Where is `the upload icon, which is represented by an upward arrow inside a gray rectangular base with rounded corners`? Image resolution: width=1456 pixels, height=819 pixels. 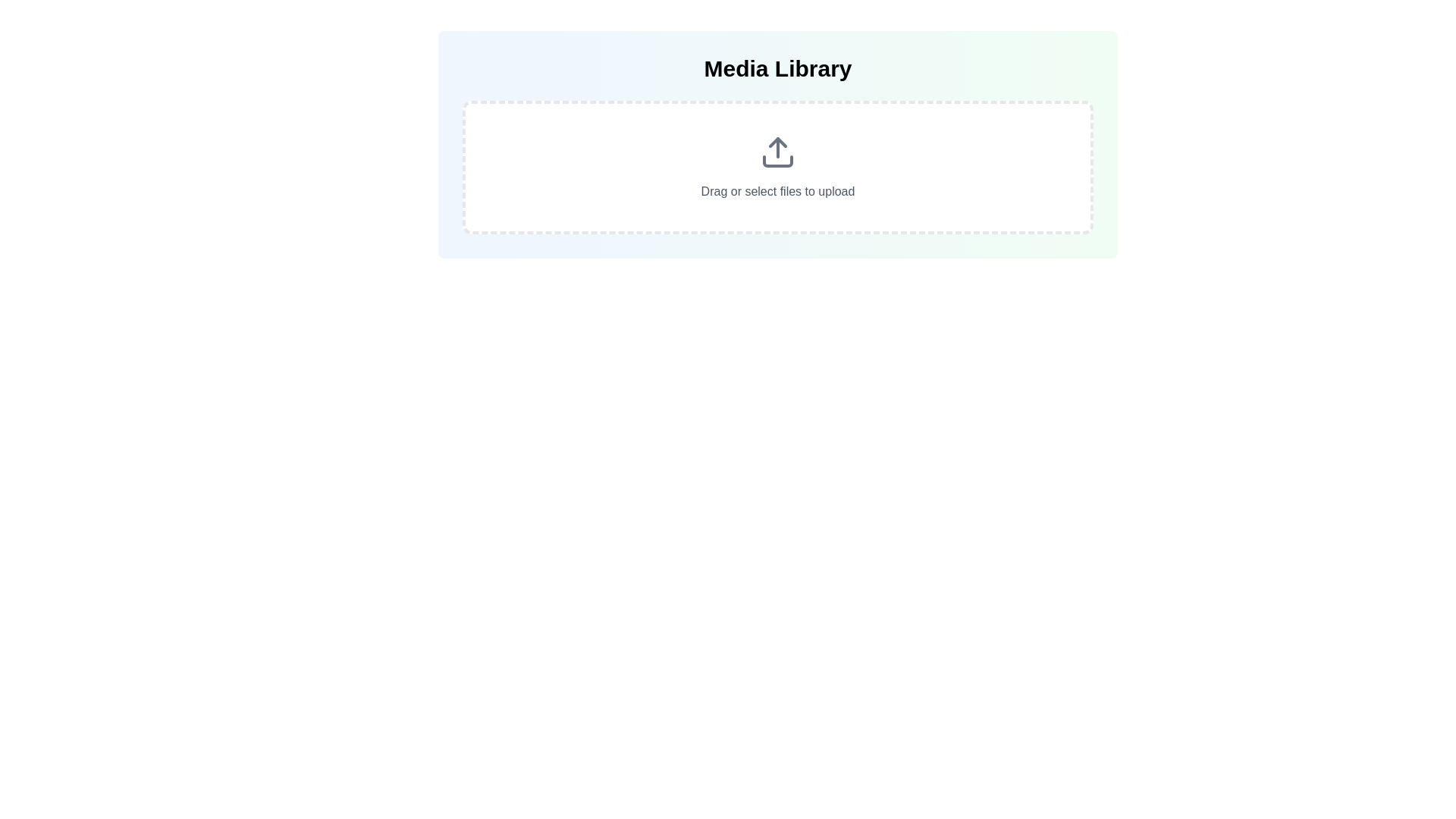 the upload icon, which is represented by an upward arrow inside a gray rectangular base with rounded corners is located at coordinates (778, 152).